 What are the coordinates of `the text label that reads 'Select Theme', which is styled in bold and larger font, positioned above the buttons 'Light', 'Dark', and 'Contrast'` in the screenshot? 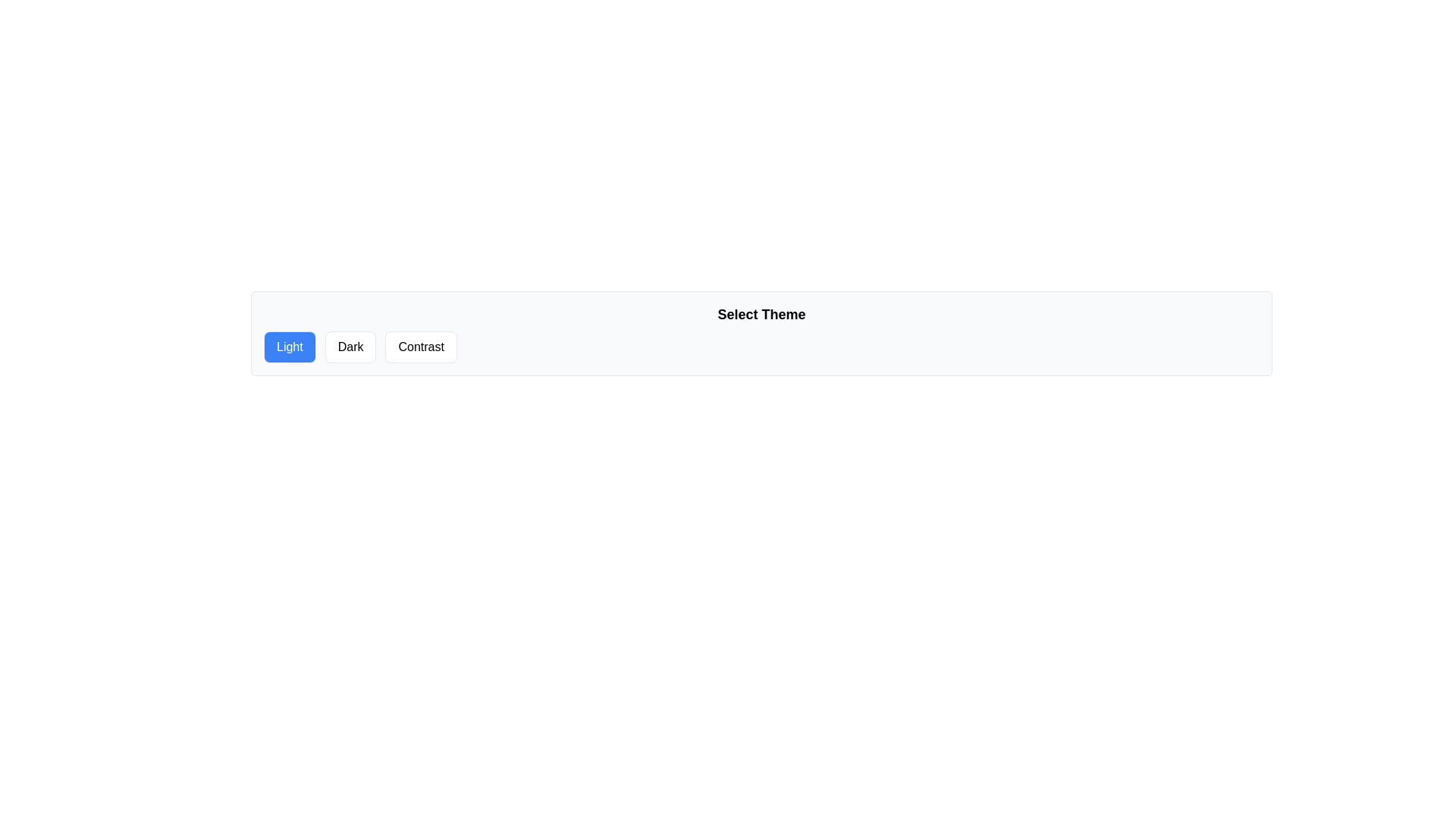 It's located at (761, 314).